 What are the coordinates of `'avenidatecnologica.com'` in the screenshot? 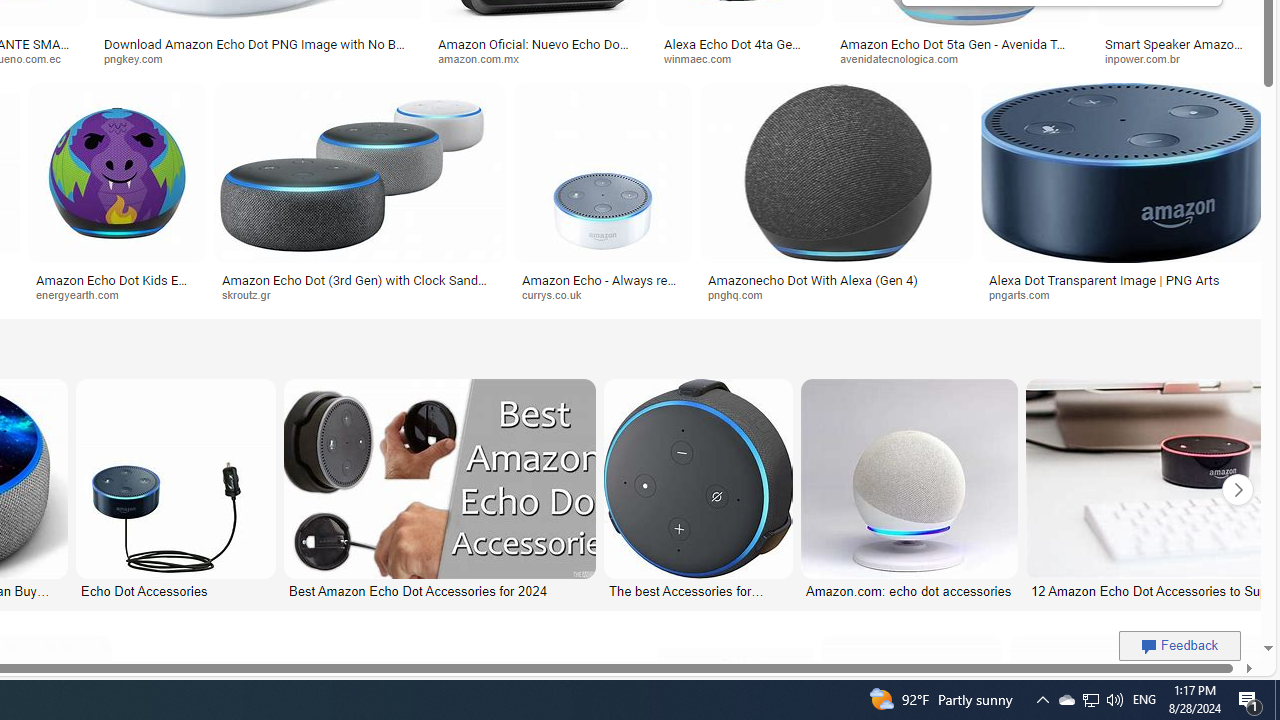 It's located at (960, 58).